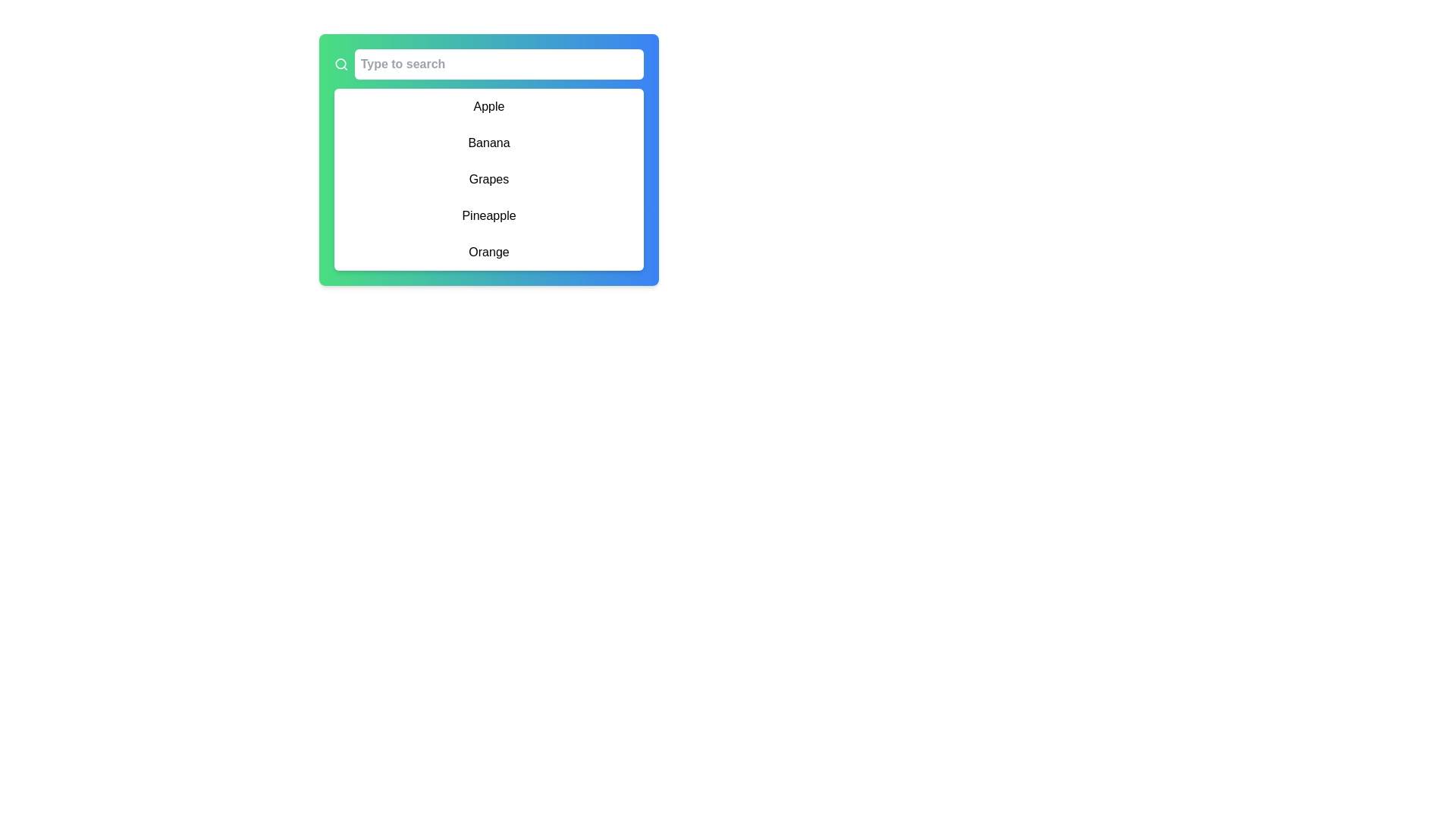 Image resolution: width=1456 pixels, height=819 pixels. I want to click on the text label displaying 'Apple' in a black sans-serif font, so click(488, 106).